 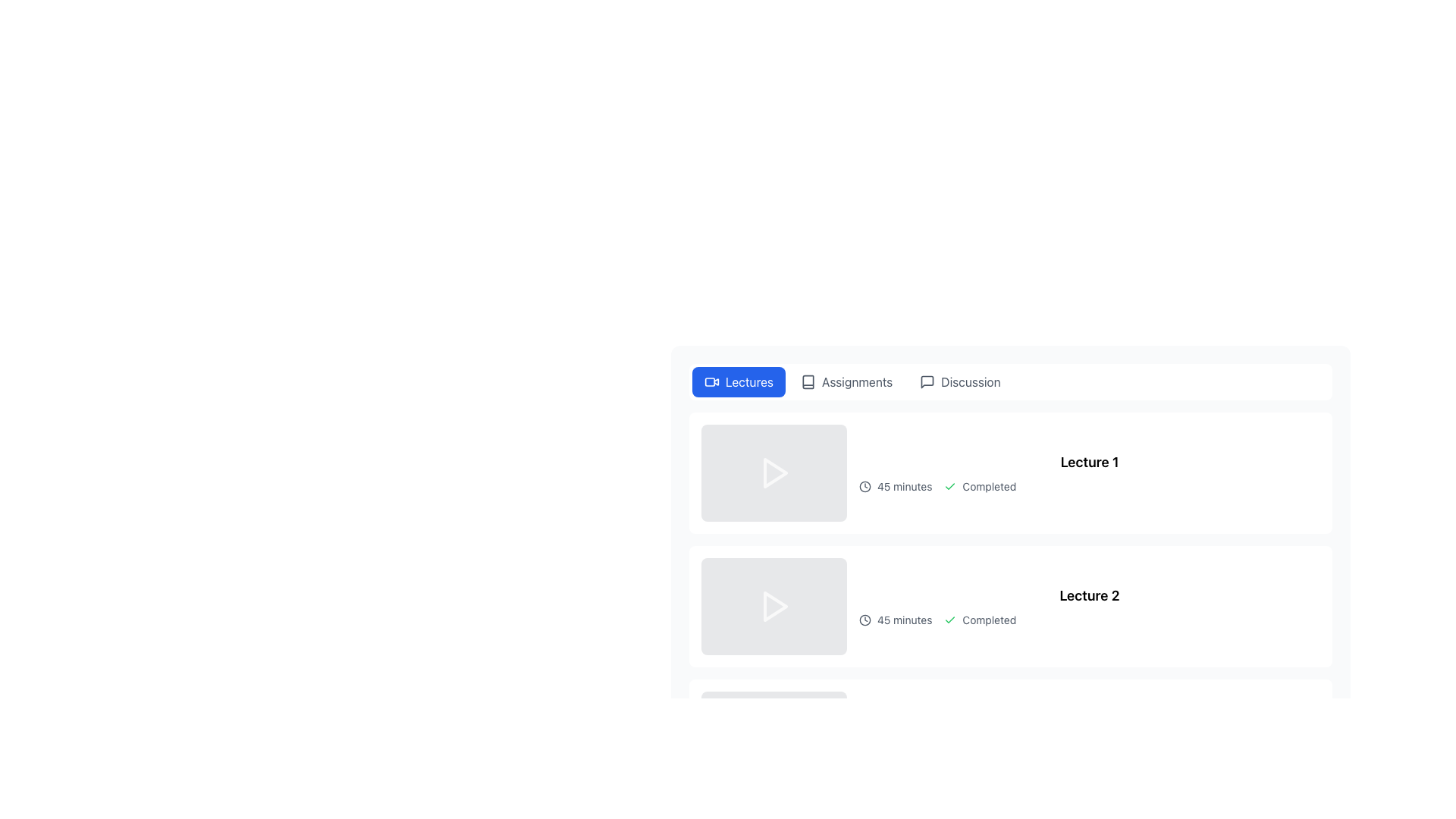 I want to click on the completion indicator icon located between the '45 minutes' text and the 'Completed' text in the lecture information row for 'Lecture 1', so click(x=949, y=620).